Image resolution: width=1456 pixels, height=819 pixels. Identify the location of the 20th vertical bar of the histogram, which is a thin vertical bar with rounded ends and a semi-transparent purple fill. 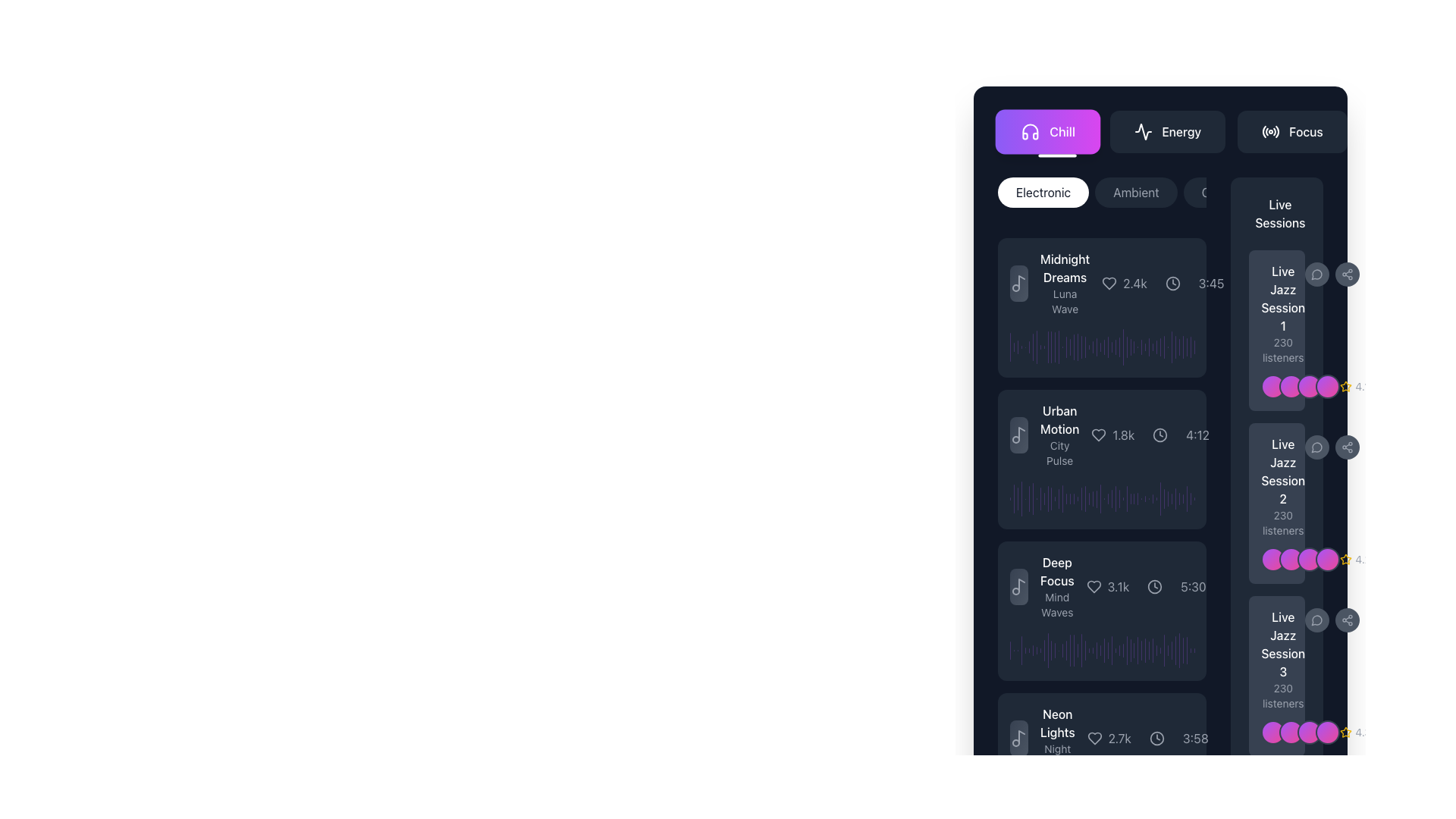
(1081, 498).